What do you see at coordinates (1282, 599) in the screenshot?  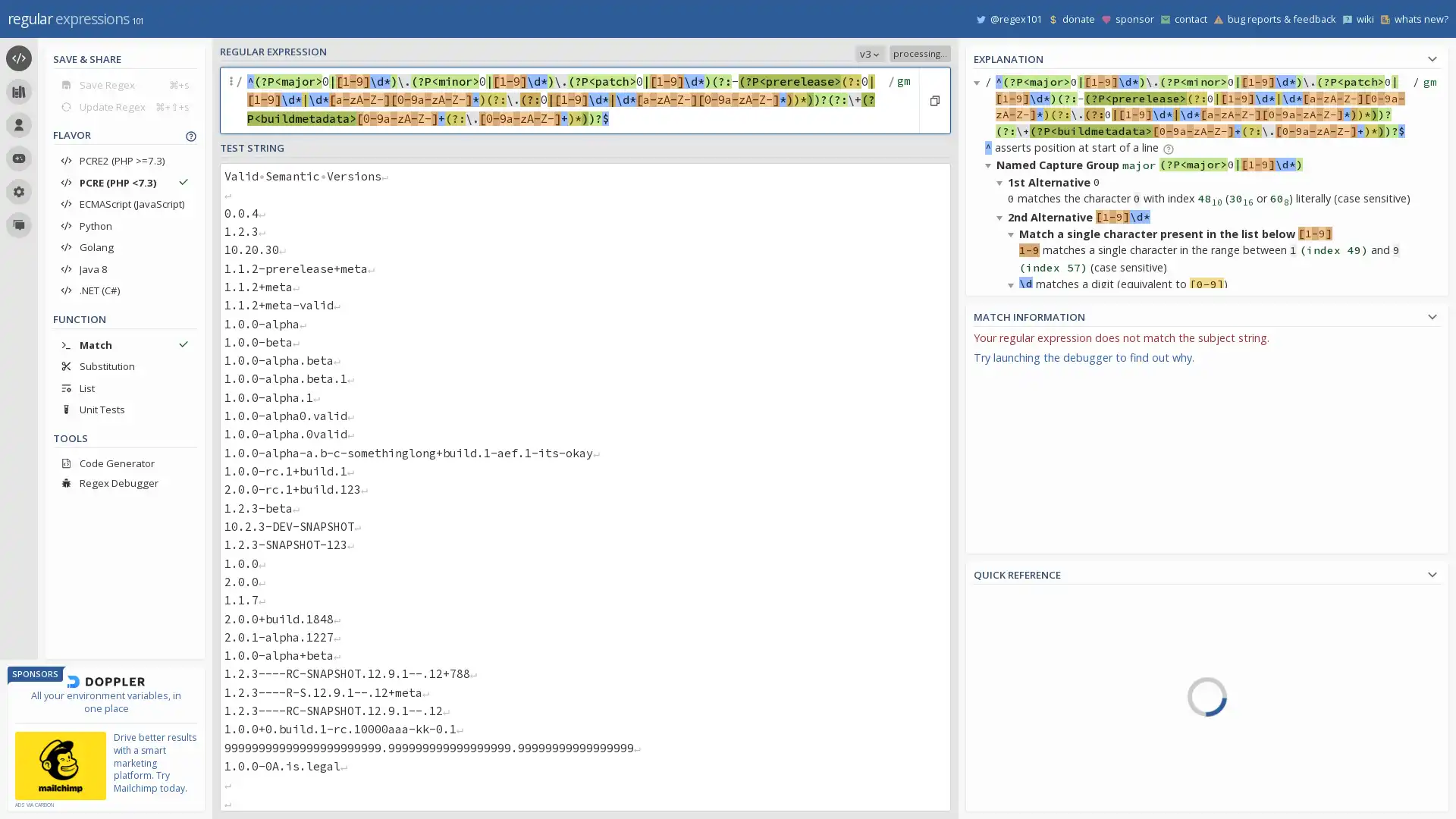 I see `A single character of: a, b or c [abc]` at bounding box center [1282, 599].